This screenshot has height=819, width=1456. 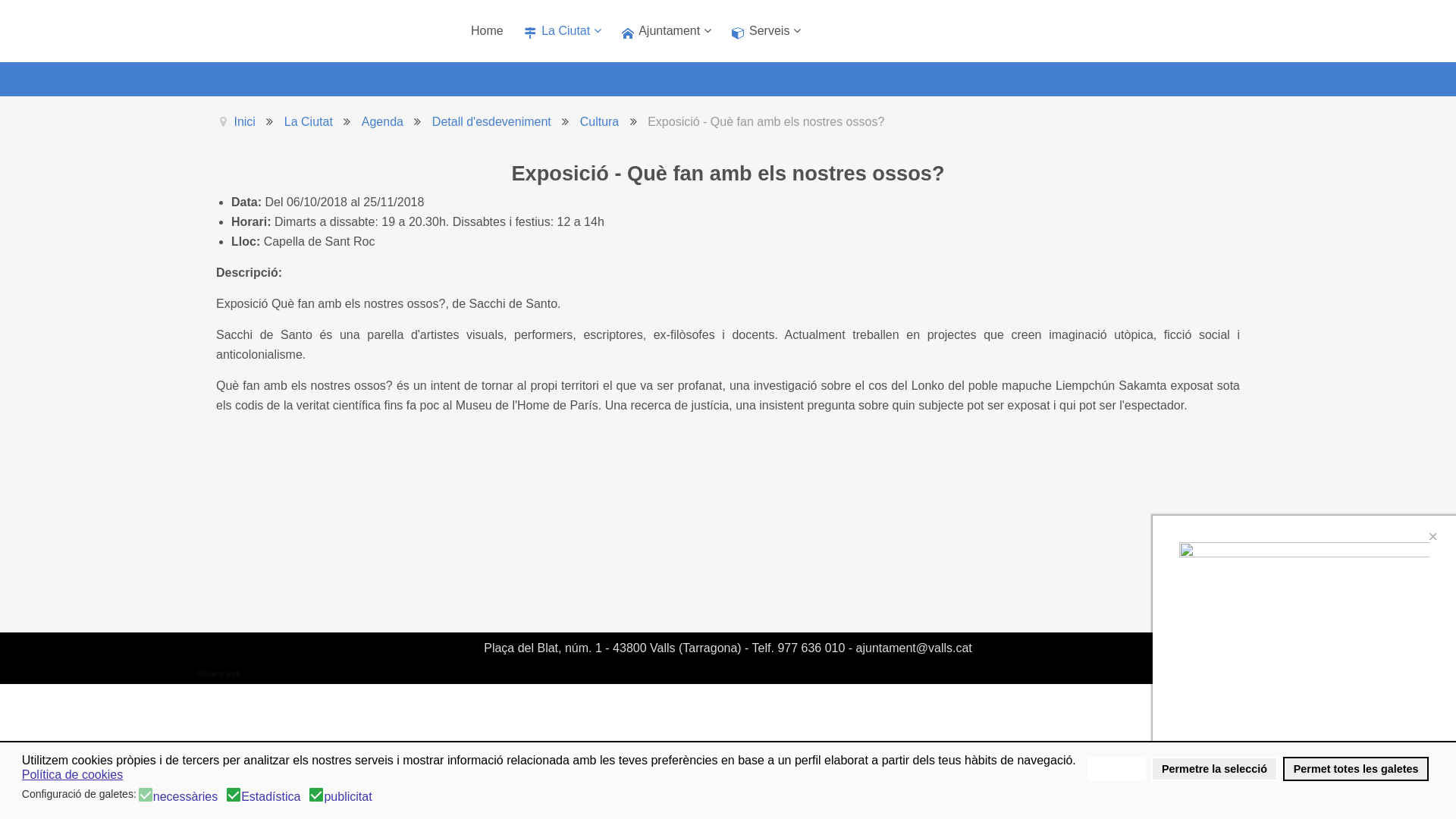 What do you see at coordinates (382, 121) in the screenshot?
I see `'Agenda'` at bounding box center [382, 121].